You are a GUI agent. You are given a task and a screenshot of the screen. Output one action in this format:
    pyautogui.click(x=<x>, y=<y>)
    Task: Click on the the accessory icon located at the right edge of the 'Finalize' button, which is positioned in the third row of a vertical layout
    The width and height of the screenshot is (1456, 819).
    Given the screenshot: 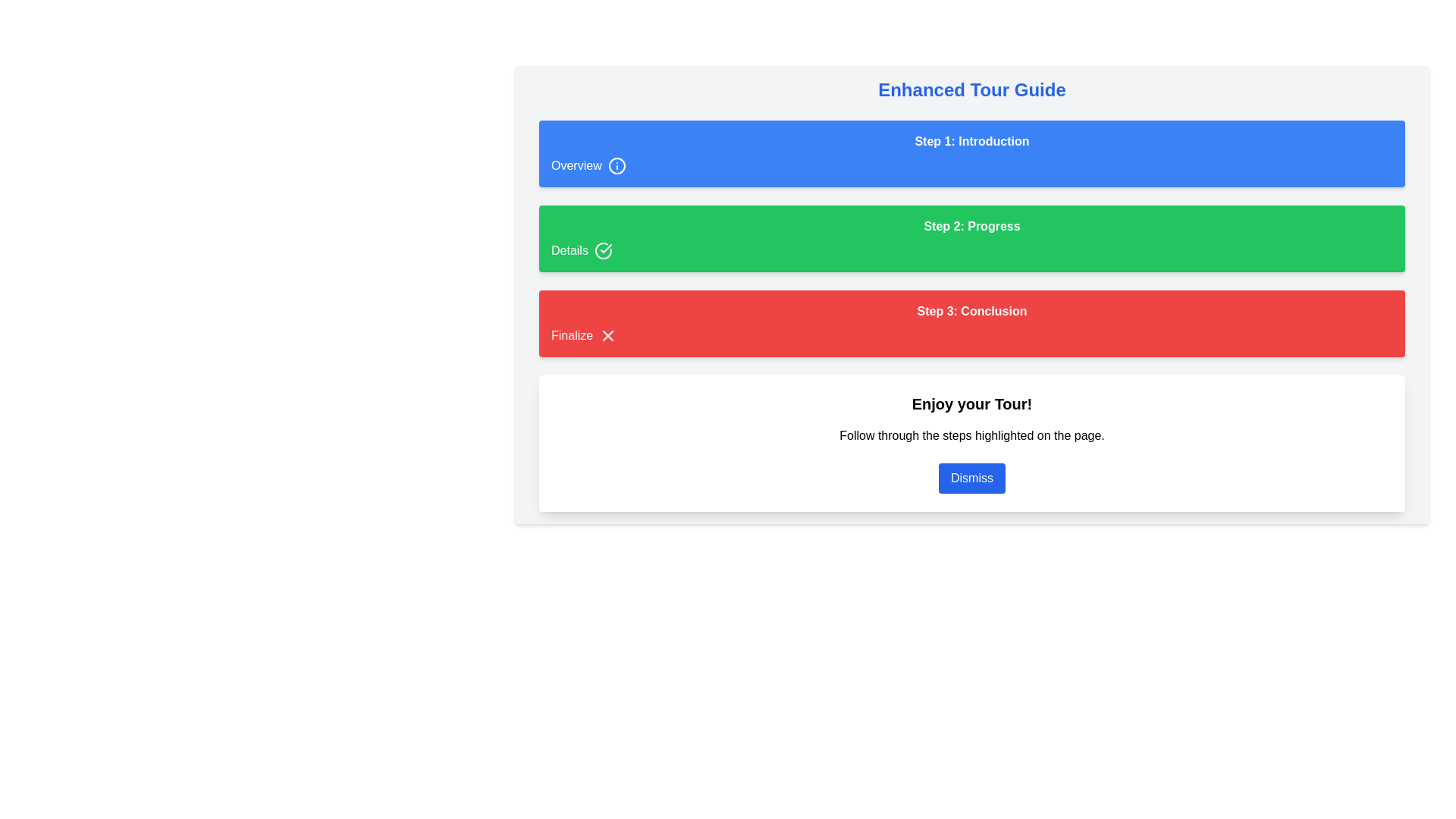 What is the action you would take?
    pyautogui.click(x=608, y=335)
    